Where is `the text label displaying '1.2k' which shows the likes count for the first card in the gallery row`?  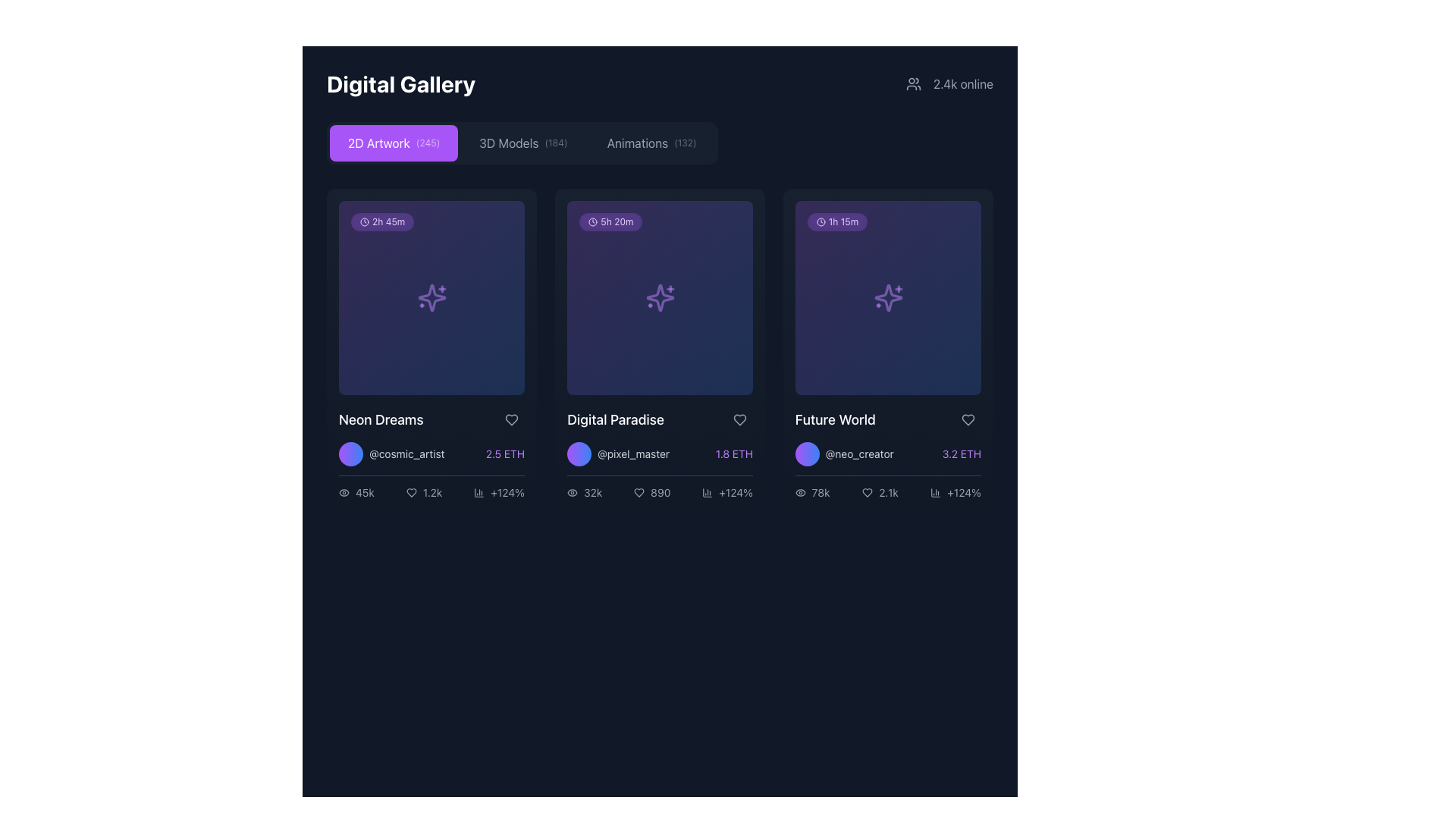
the text label displaying '1.2k' which shows the likes count for the first card in the gallery row is located at coordinates (431, 493).